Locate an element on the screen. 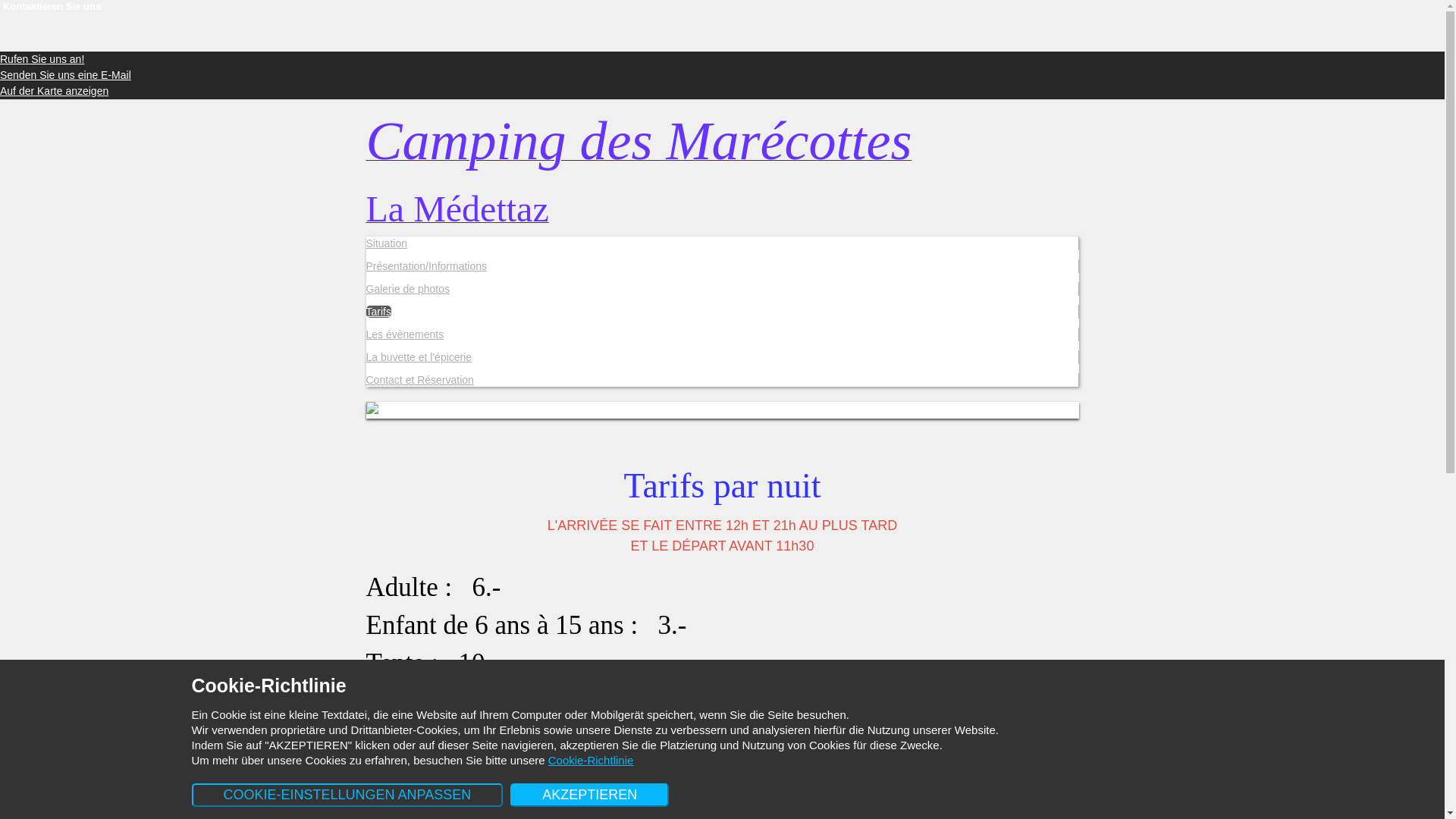  'AKZEPTIEREN' is located at coordinates (510, 794).